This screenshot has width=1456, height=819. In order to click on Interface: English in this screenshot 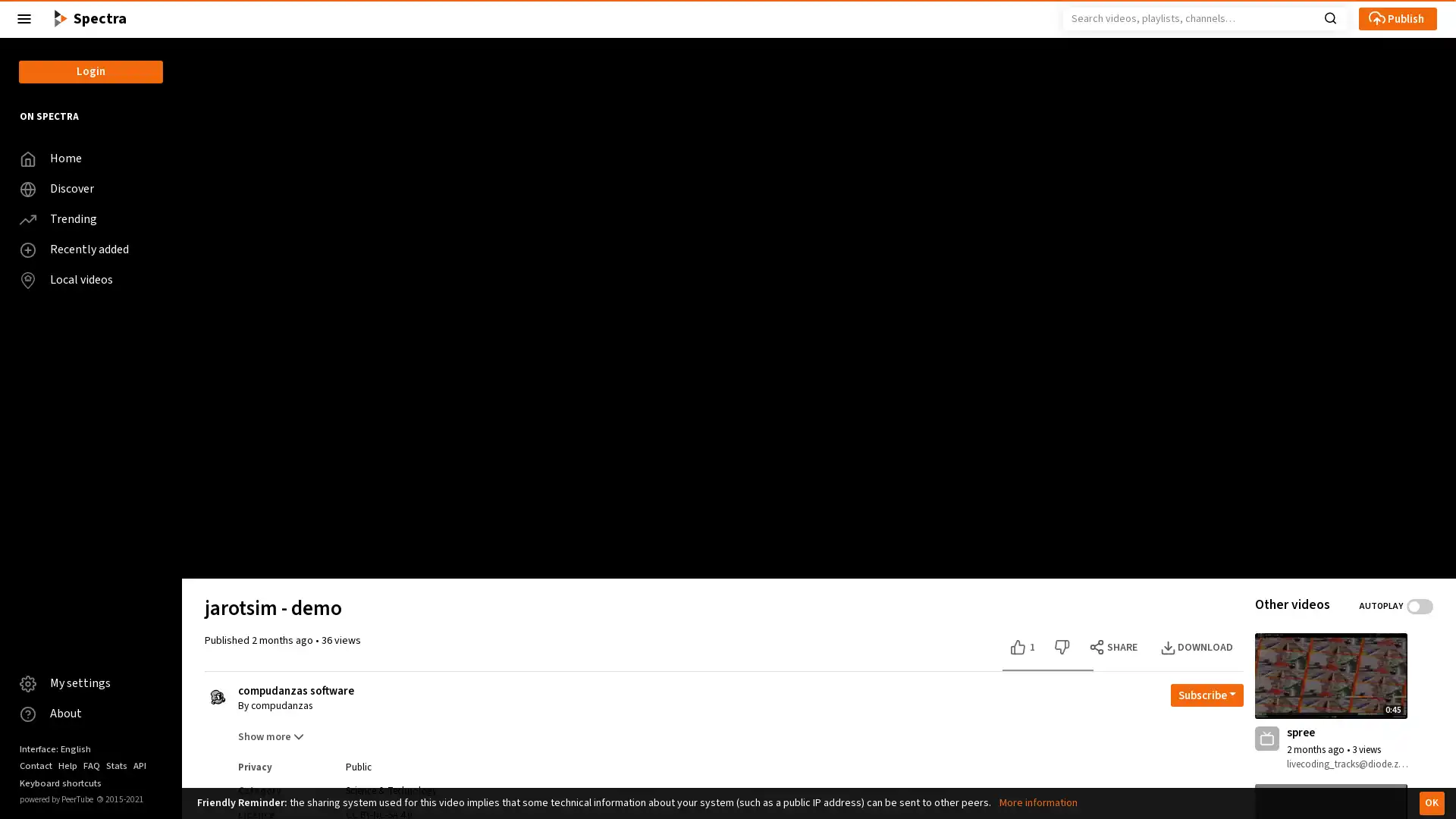, I will do `click(55, 748)`.